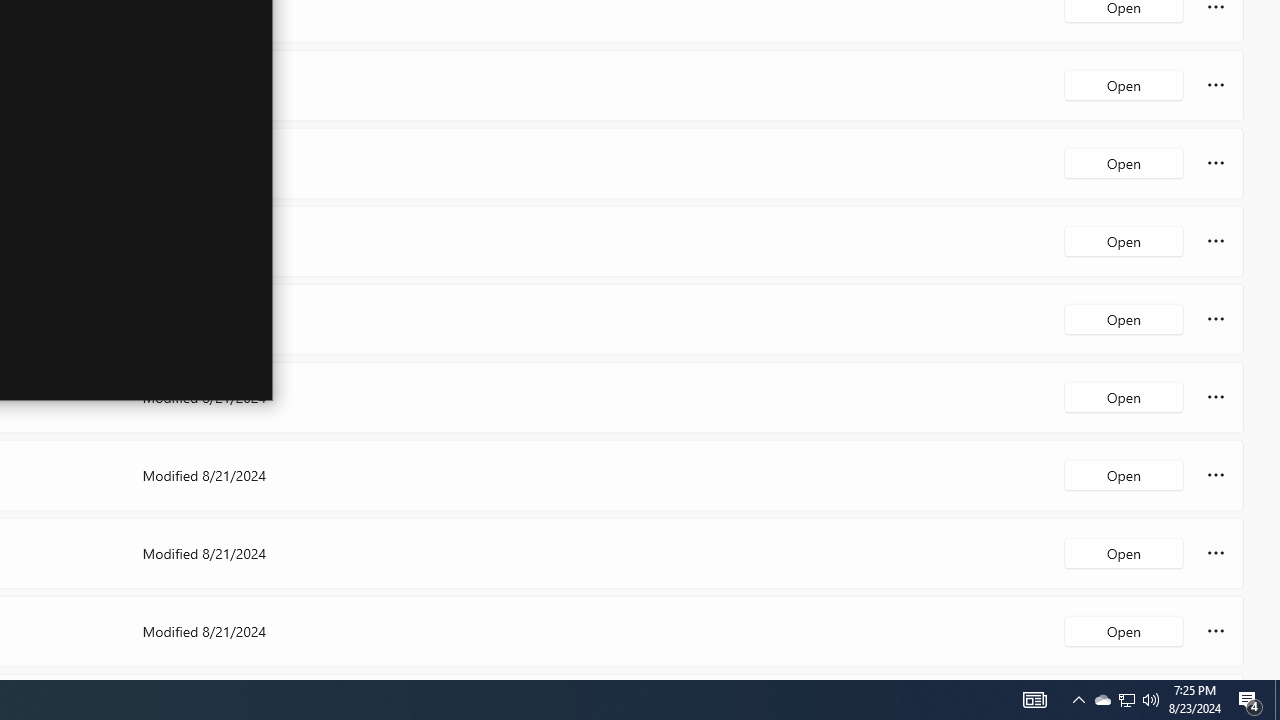 The height and width of the screenshot is (720, 1280). Describe the element at coordinates (1127, 698) in the screenshot. I see `'Q2790: 100%'` at that location.